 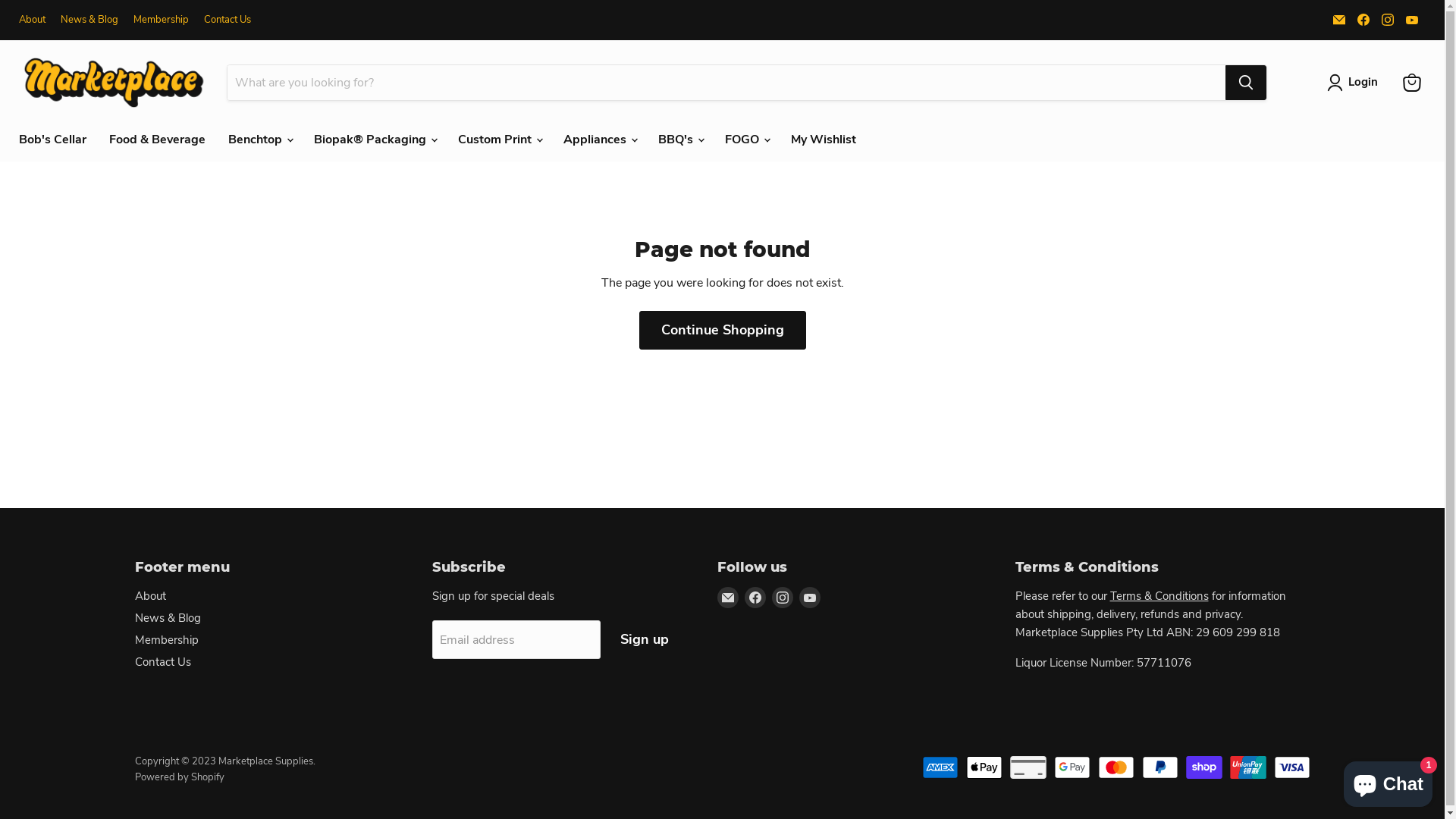 I want to click on 'Email Marketplace Supplies', so click(x=728, y=596).